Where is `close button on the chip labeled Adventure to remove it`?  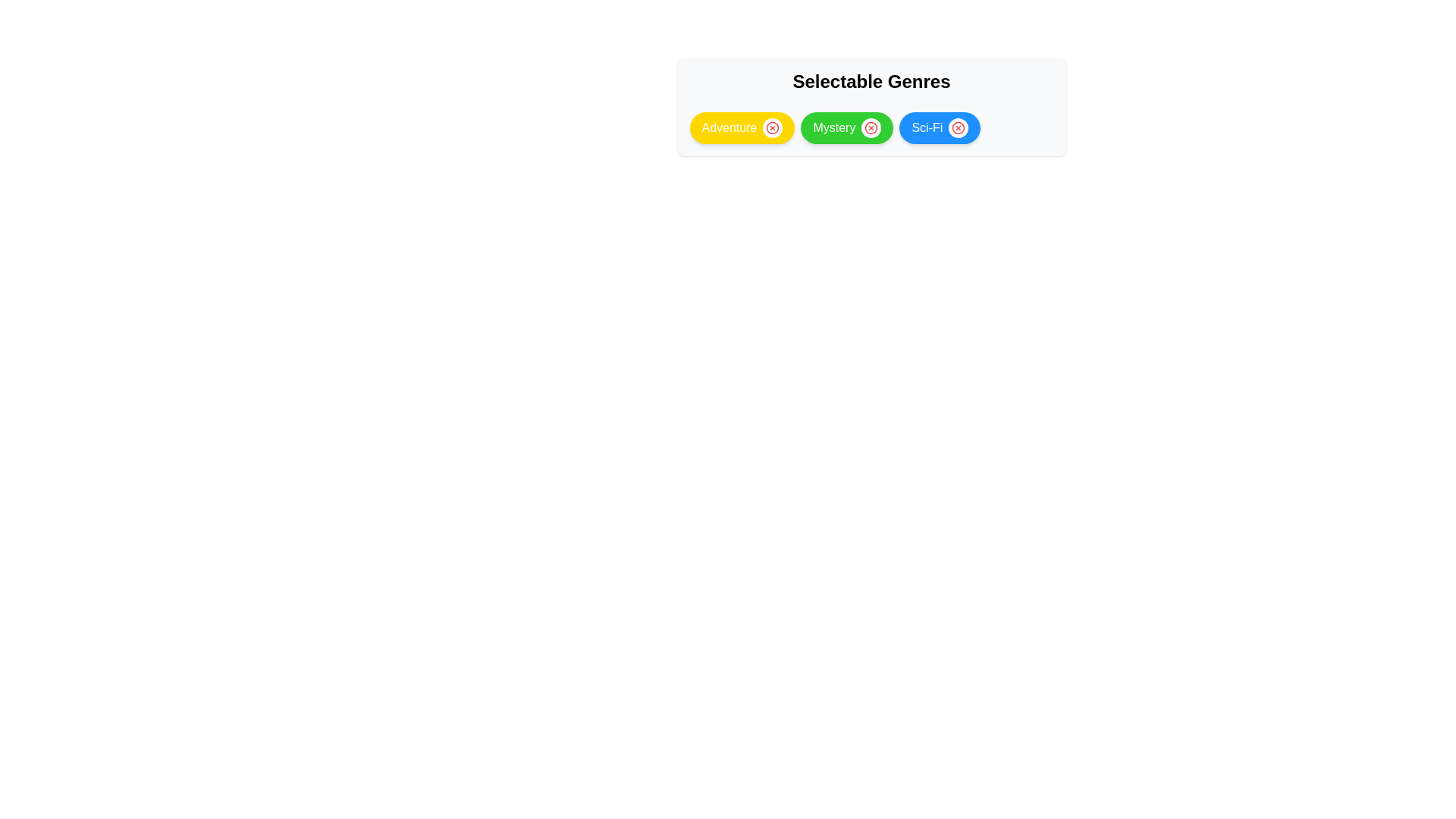
close button on the chip labeled Adventure to remove it is located at coordinates (773, 127).